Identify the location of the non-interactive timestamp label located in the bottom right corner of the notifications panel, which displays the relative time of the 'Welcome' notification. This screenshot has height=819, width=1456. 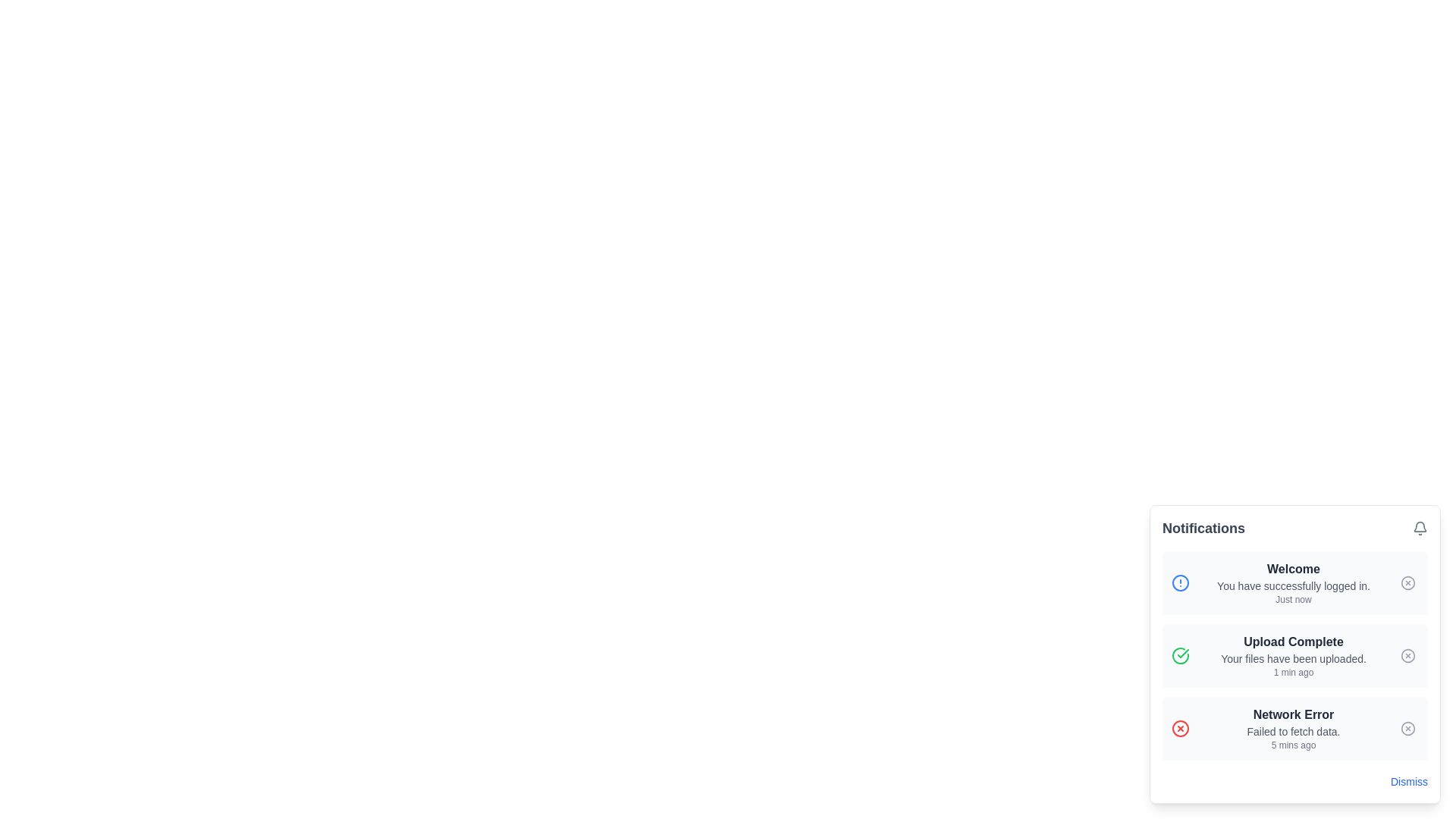
(1292, 598).